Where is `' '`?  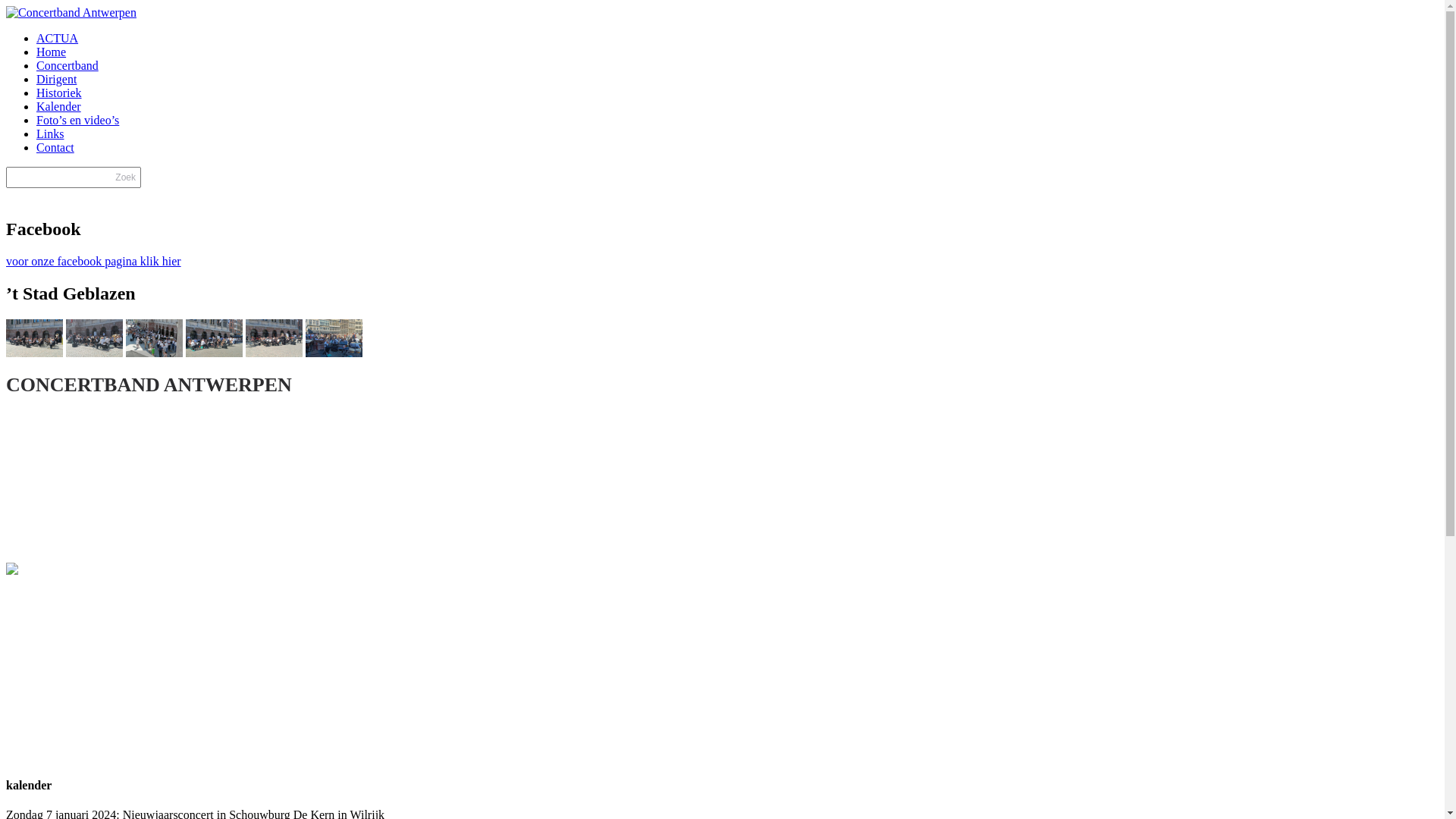 ' ' is located at coordinates (64, 353).